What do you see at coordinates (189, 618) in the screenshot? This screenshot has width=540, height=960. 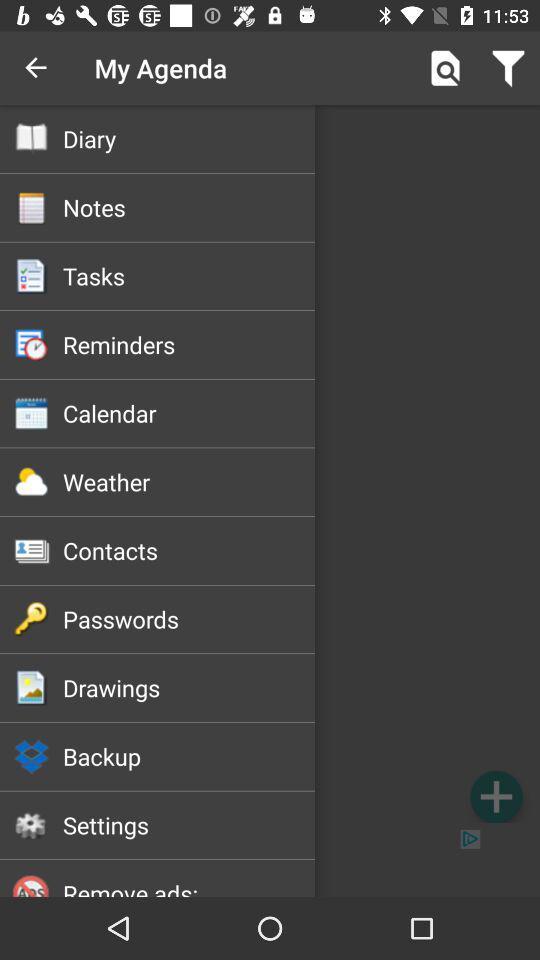 I see `the passwords item` at bounding box center [189, 618].